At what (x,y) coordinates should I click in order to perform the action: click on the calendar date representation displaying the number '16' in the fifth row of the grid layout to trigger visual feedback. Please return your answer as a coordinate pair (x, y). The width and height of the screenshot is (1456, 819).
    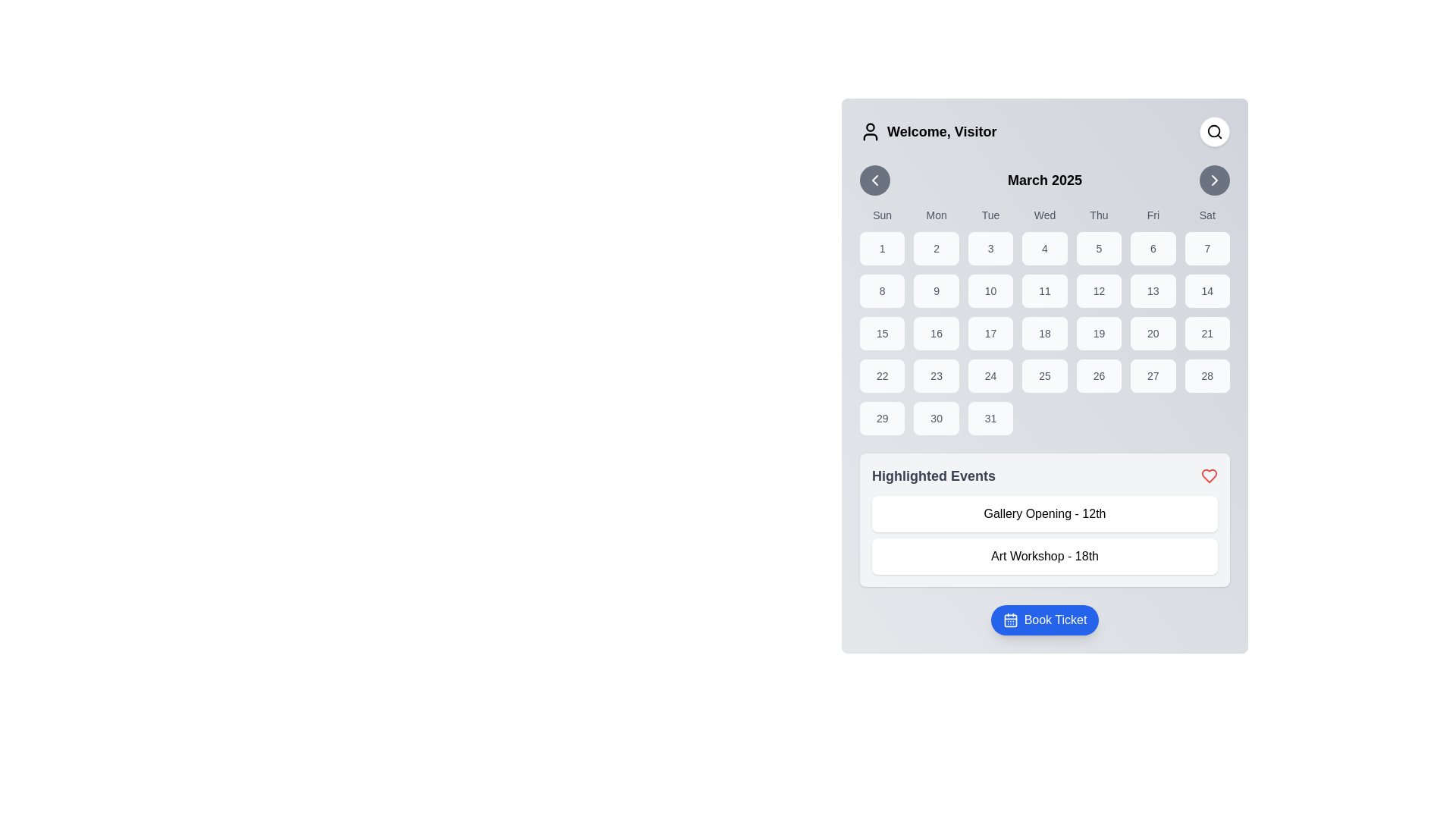
    Looking at the image, I should click on (936, 332).